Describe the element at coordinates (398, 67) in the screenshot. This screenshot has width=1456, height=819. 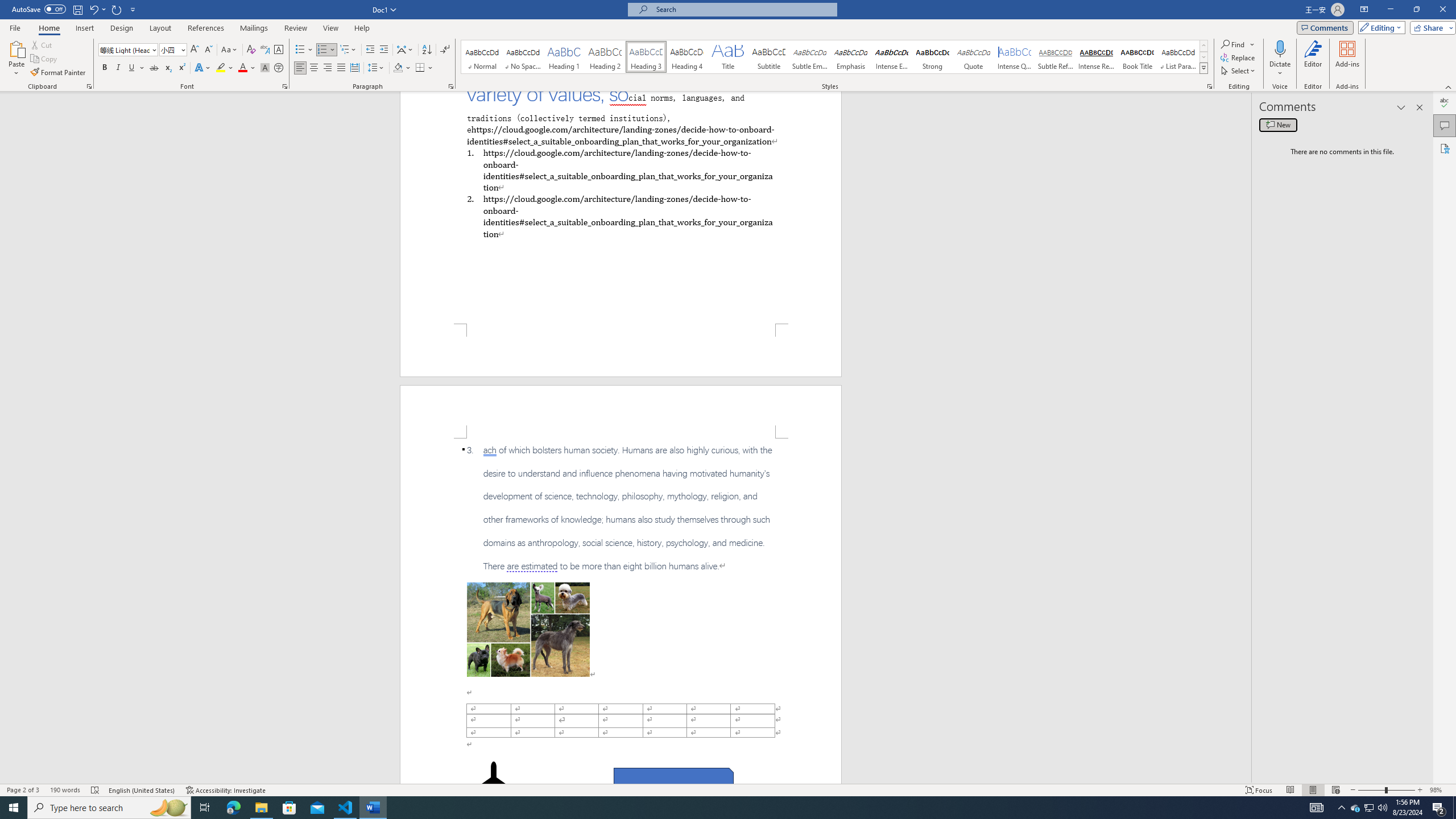
I see `'Shading RGB(0, 0, 0)'` at that location.